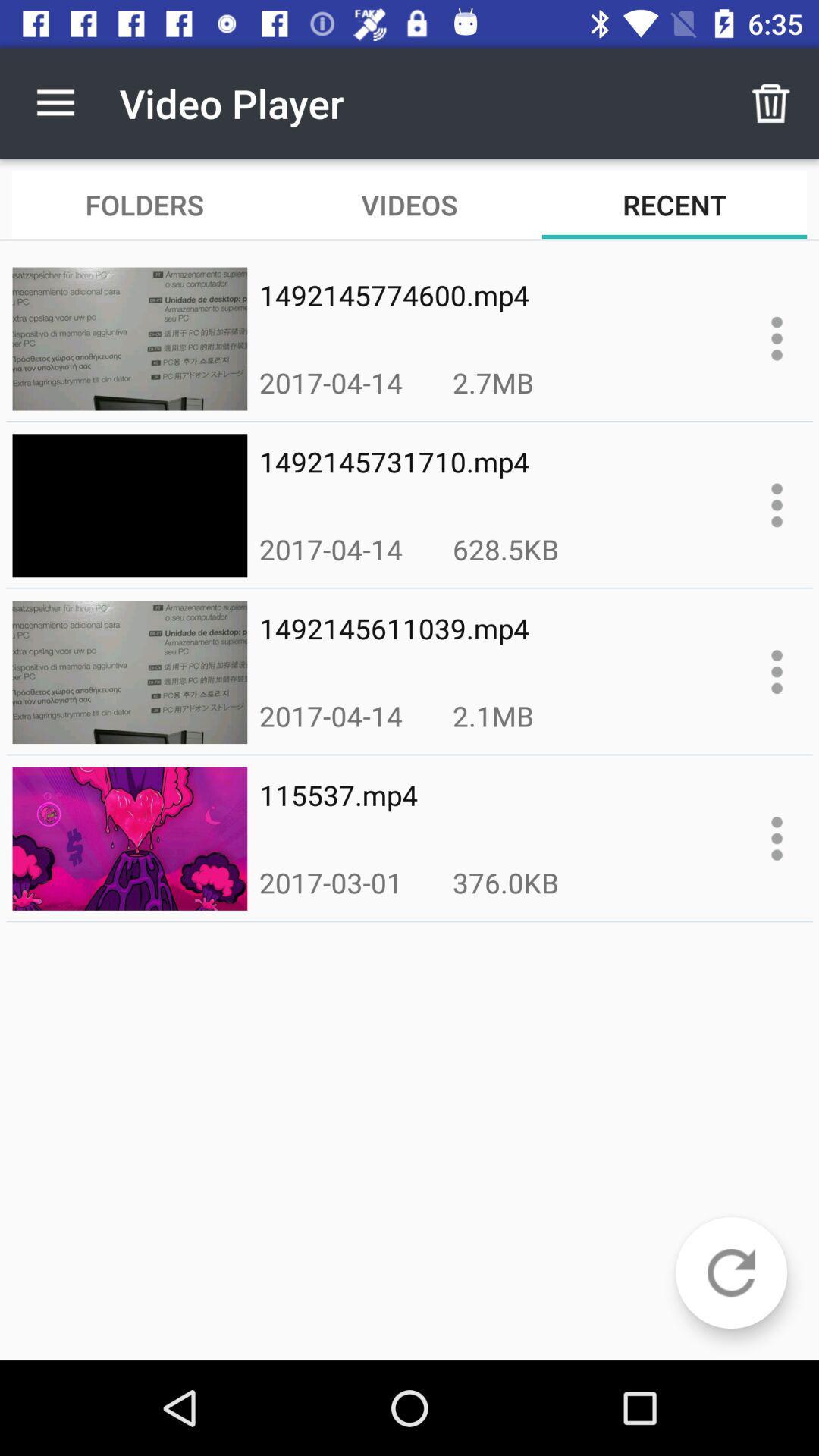 The image size is (819, 1456). I want to click on the 376.0kb, so click(506, 882).